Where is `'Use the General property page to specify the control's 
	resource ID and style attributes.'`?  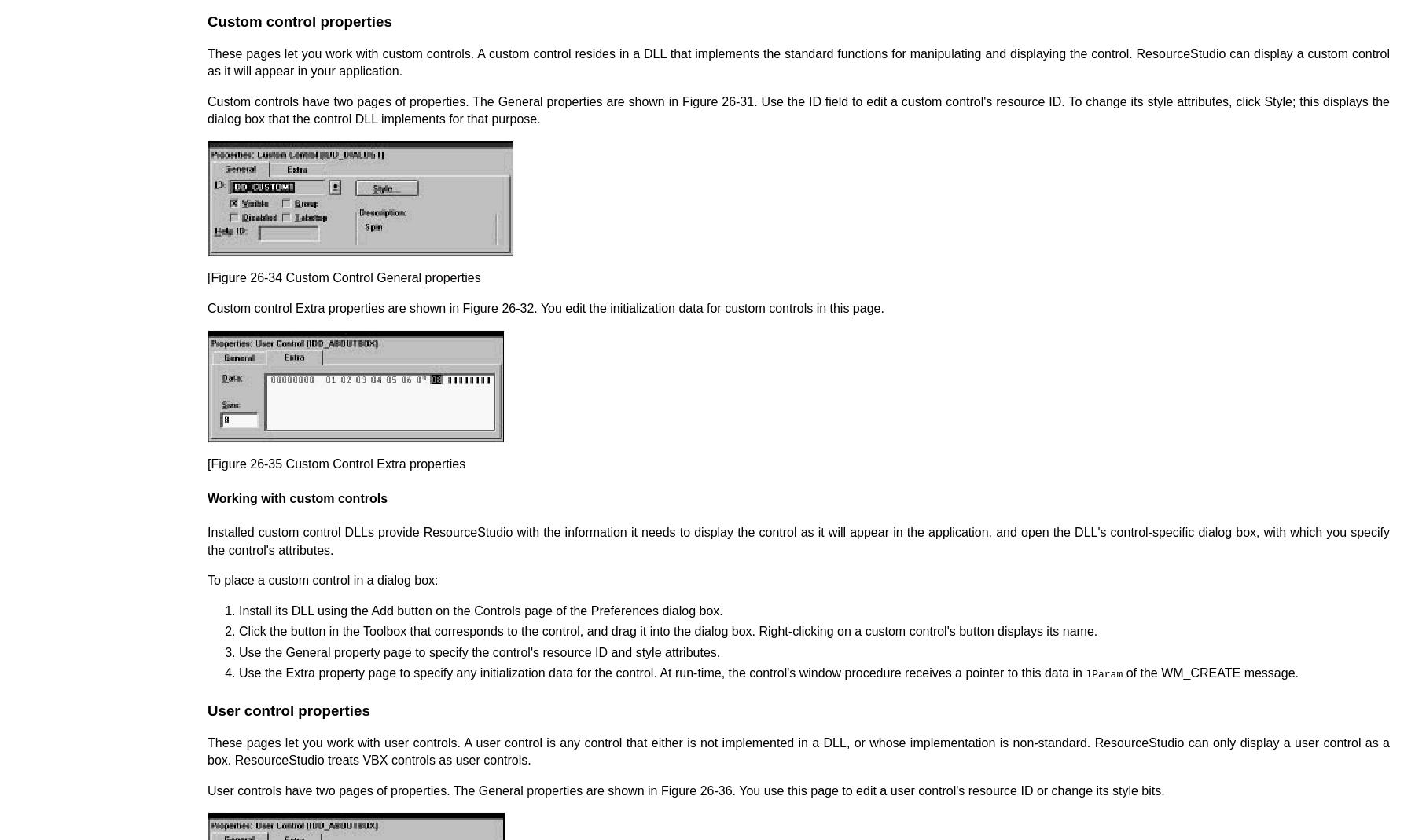 'Use the General property page to specify the control's 
	resource ID and style attributes.' is located at coordinates (238, 651).